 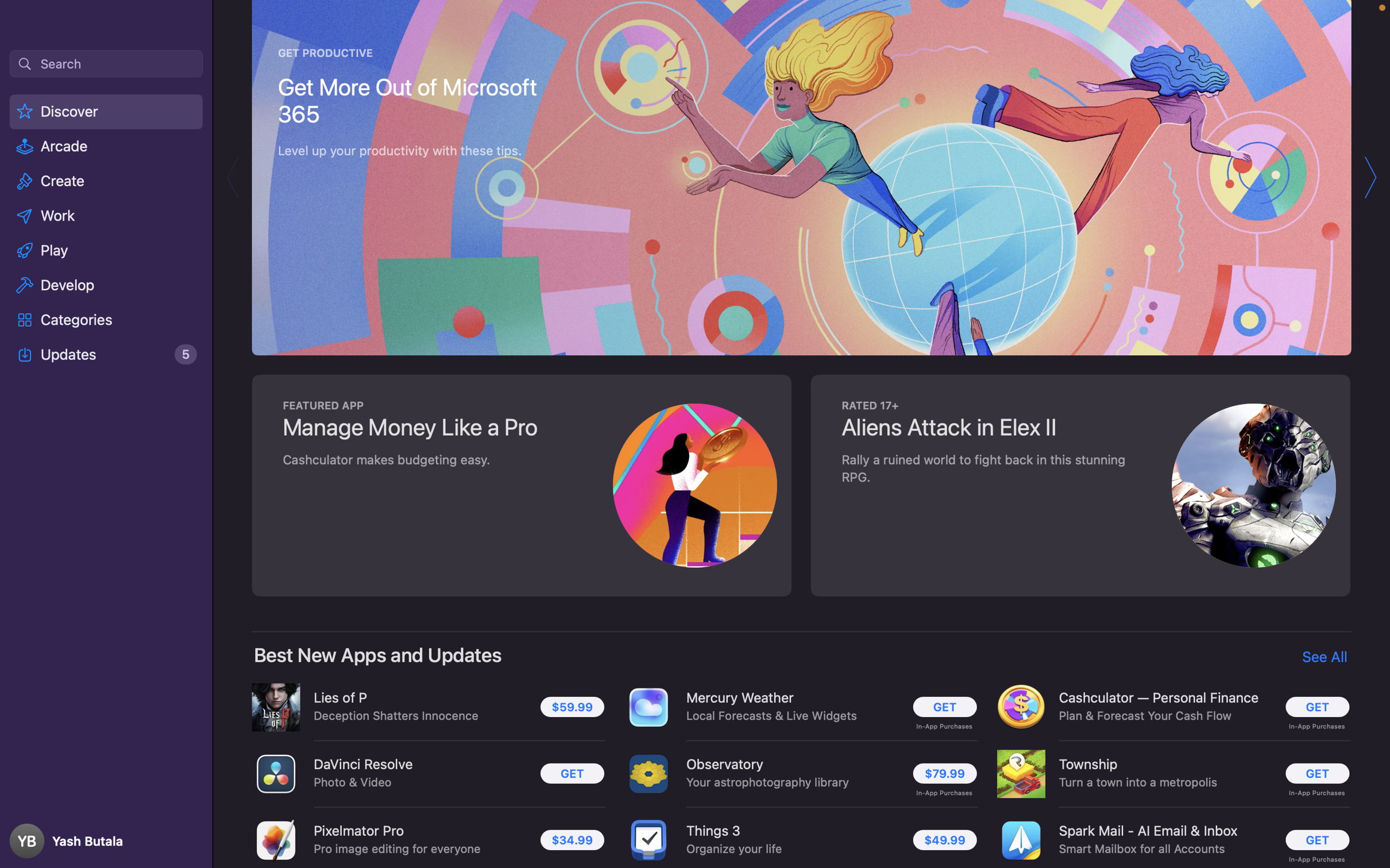 I want to click on In the search bar, input "photo editing", so click(x=105, y=63).